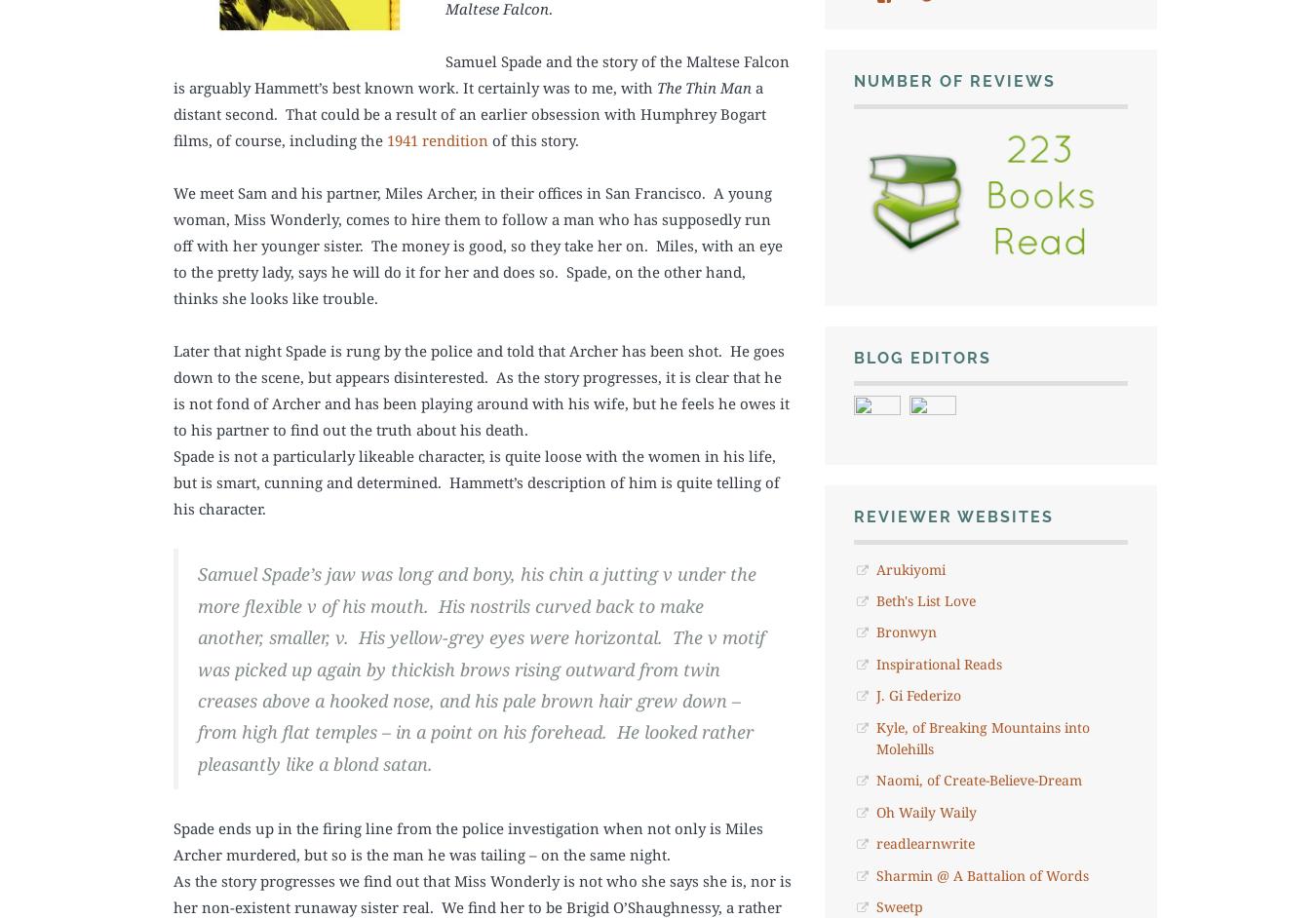 This screenshot has height=918, width=1316. I want to click on 'Blog Editors', so click(920, 357).